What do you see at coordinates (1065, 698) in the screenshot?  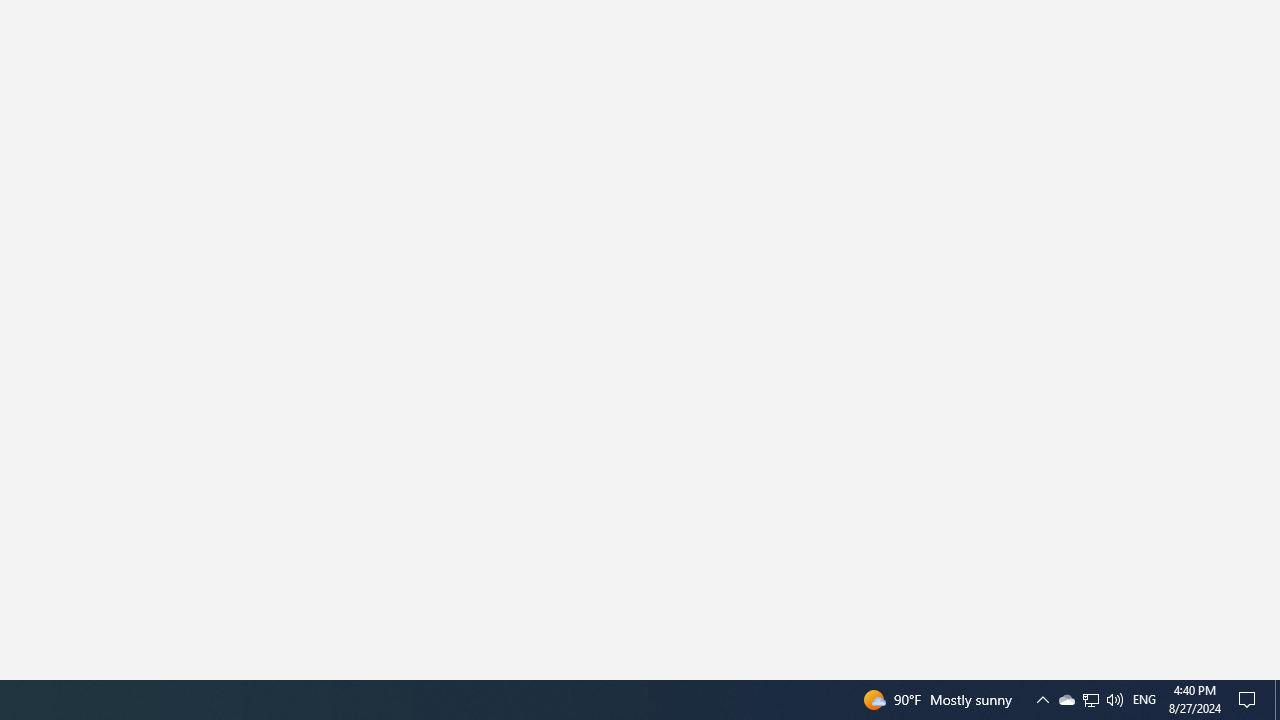 I see `'User Promoted Notification Area'` at bounding box center [1065, 698].